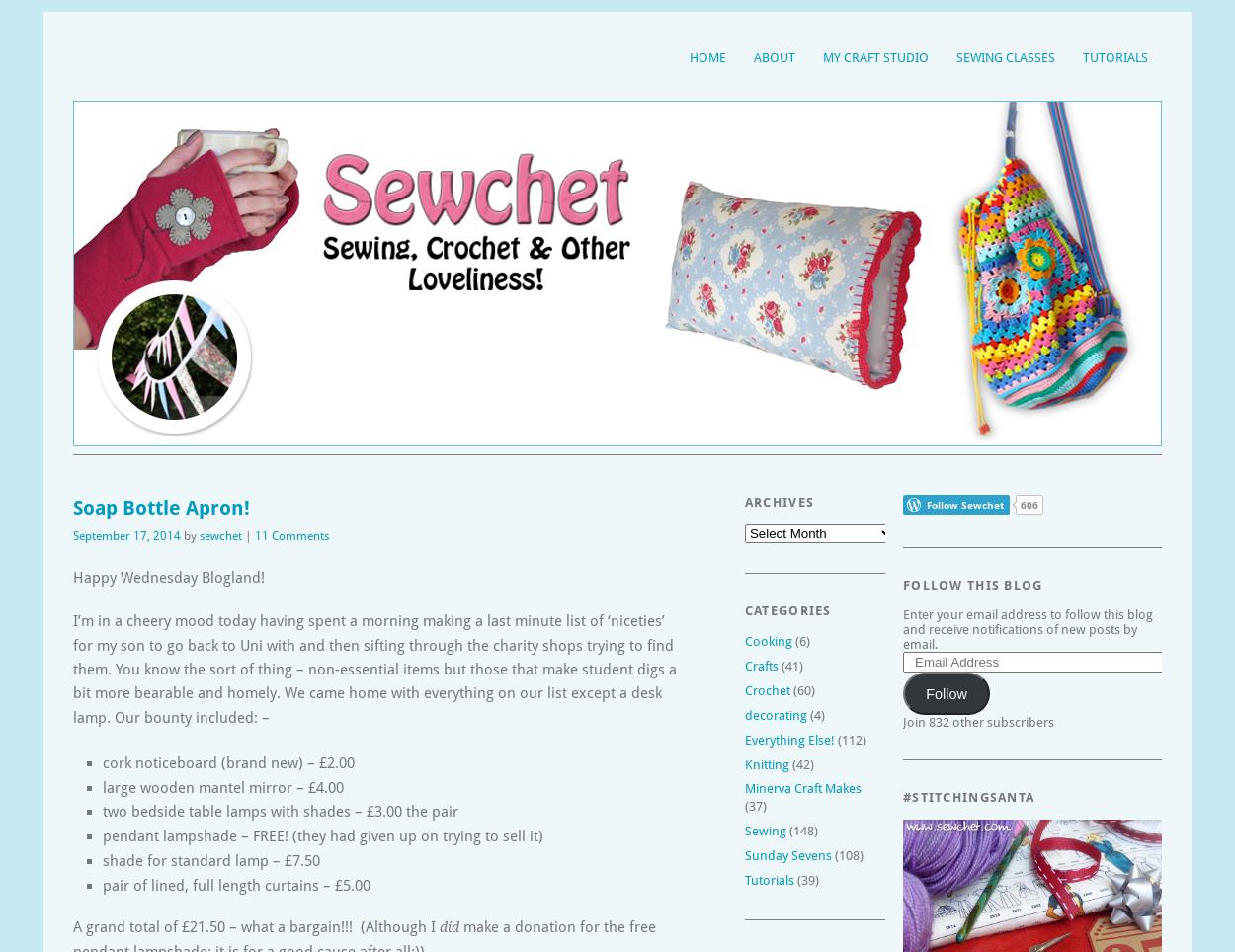 Image resolution: width=1235 pixels, height=952 pixels. What do you see at coordinates (971, 584) in the screenshot?
I see `'Follow this blog'` at bounding box center [971, 584].